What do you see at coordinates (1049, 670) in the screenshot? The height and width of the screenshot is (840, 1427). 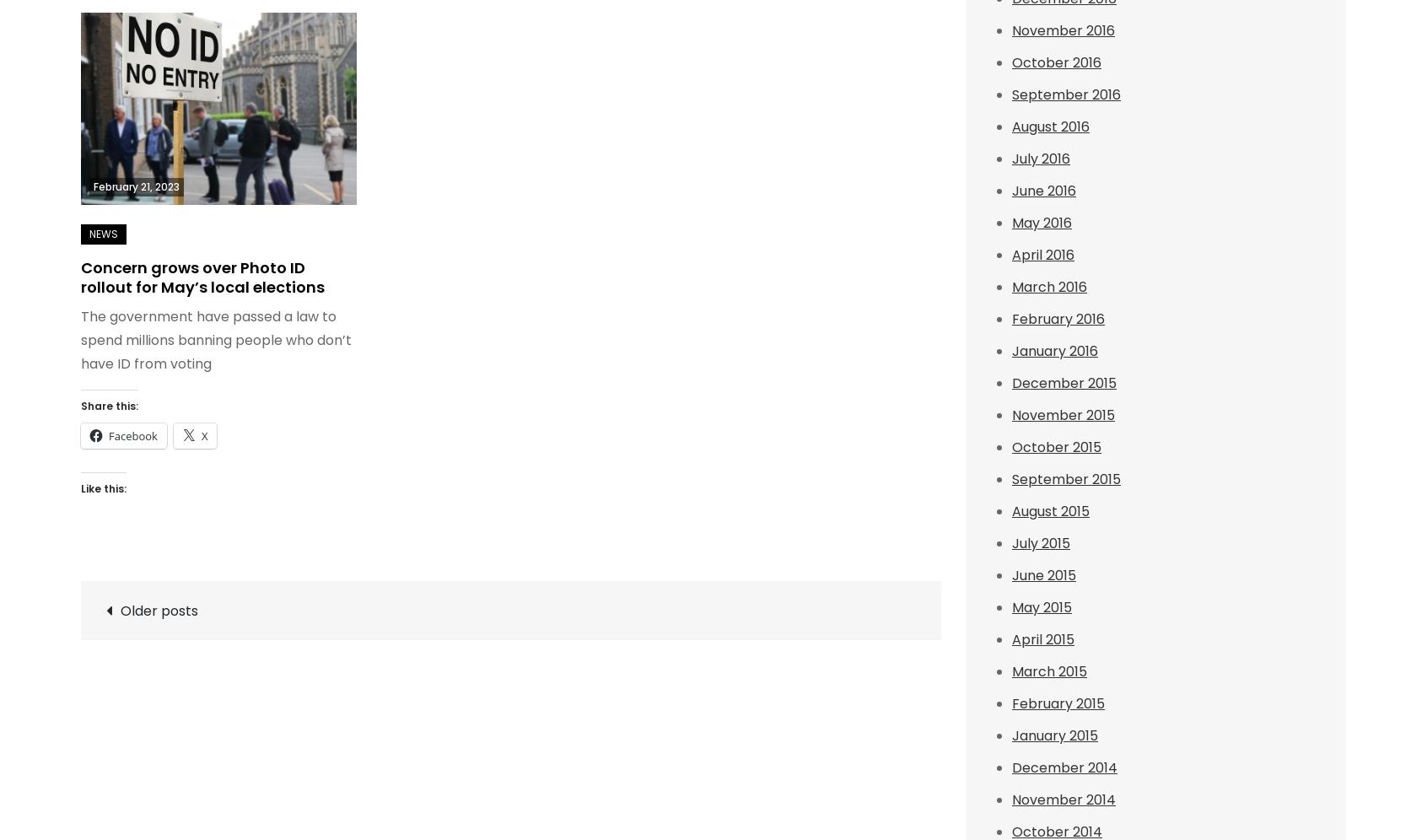 I see `'March 2015'` at bounding box center [1049, 670].